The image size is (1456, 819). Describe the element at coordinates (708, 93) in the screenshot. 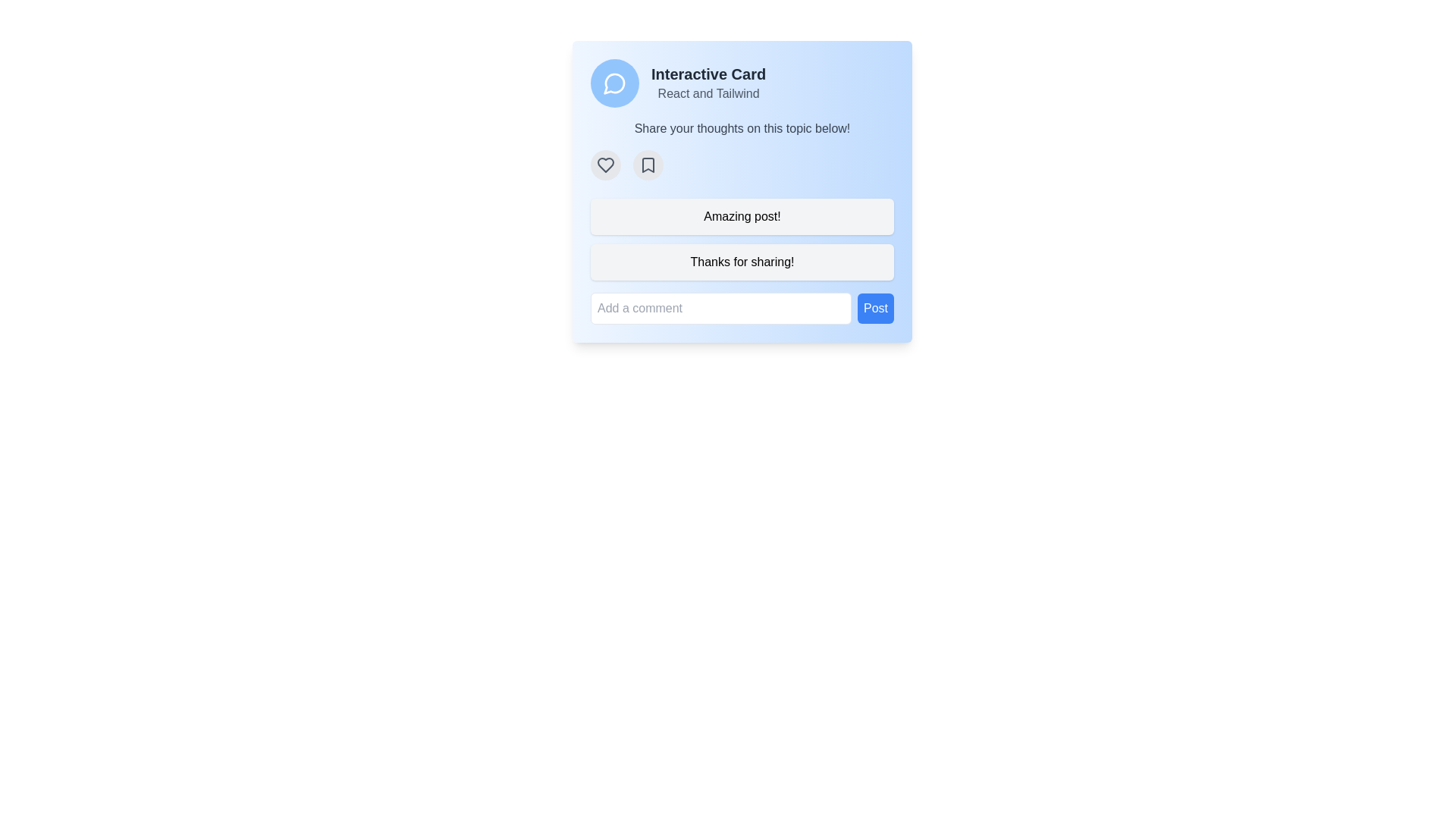

I see `the non-interactive text label reading 'React and Tailwind', which is styled with a light gray color and positioned underneath the title 'Interactive Card' in a blue-colored card interface` at that location.